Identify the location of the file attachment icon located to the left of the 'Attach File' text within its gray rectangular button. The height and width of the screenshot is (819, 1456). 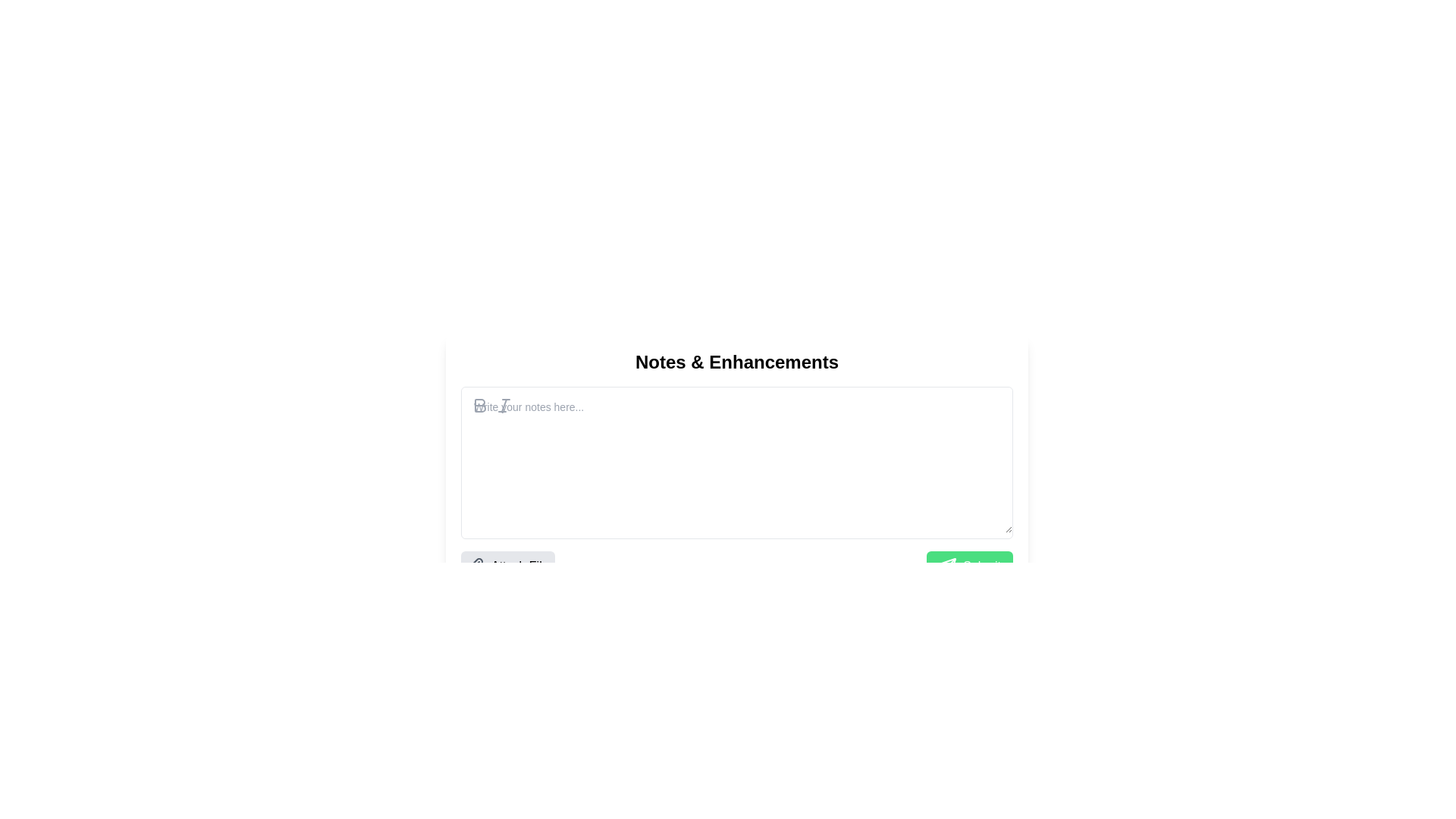
(475, 566).